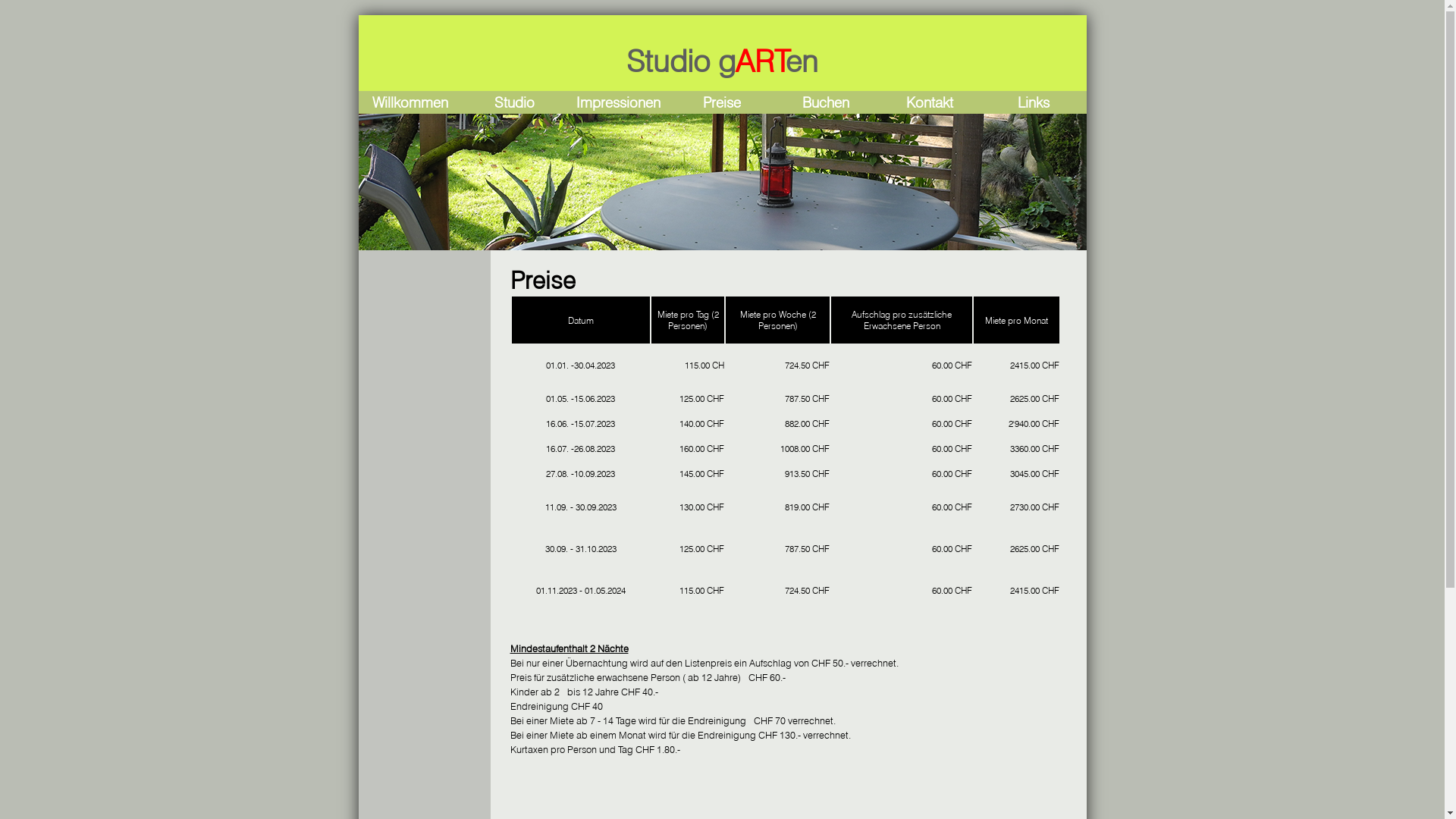 The image size is (1456, 819). Describe the element at coordinates (928, 102) in the screenshot. I see `'Kontakt'` at that location.